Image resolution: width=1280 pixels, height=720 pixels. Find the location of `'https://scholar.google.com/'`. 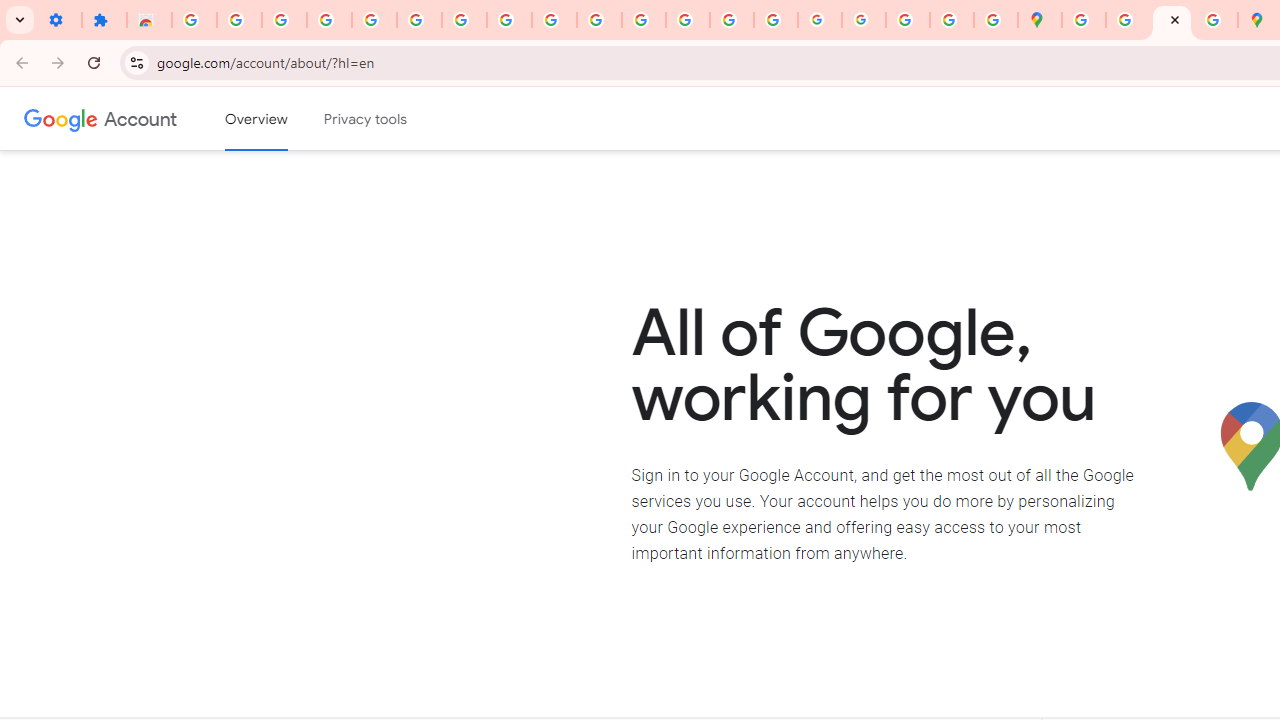

'https://scholar.google.com/' is located at coordinates (643, 20).